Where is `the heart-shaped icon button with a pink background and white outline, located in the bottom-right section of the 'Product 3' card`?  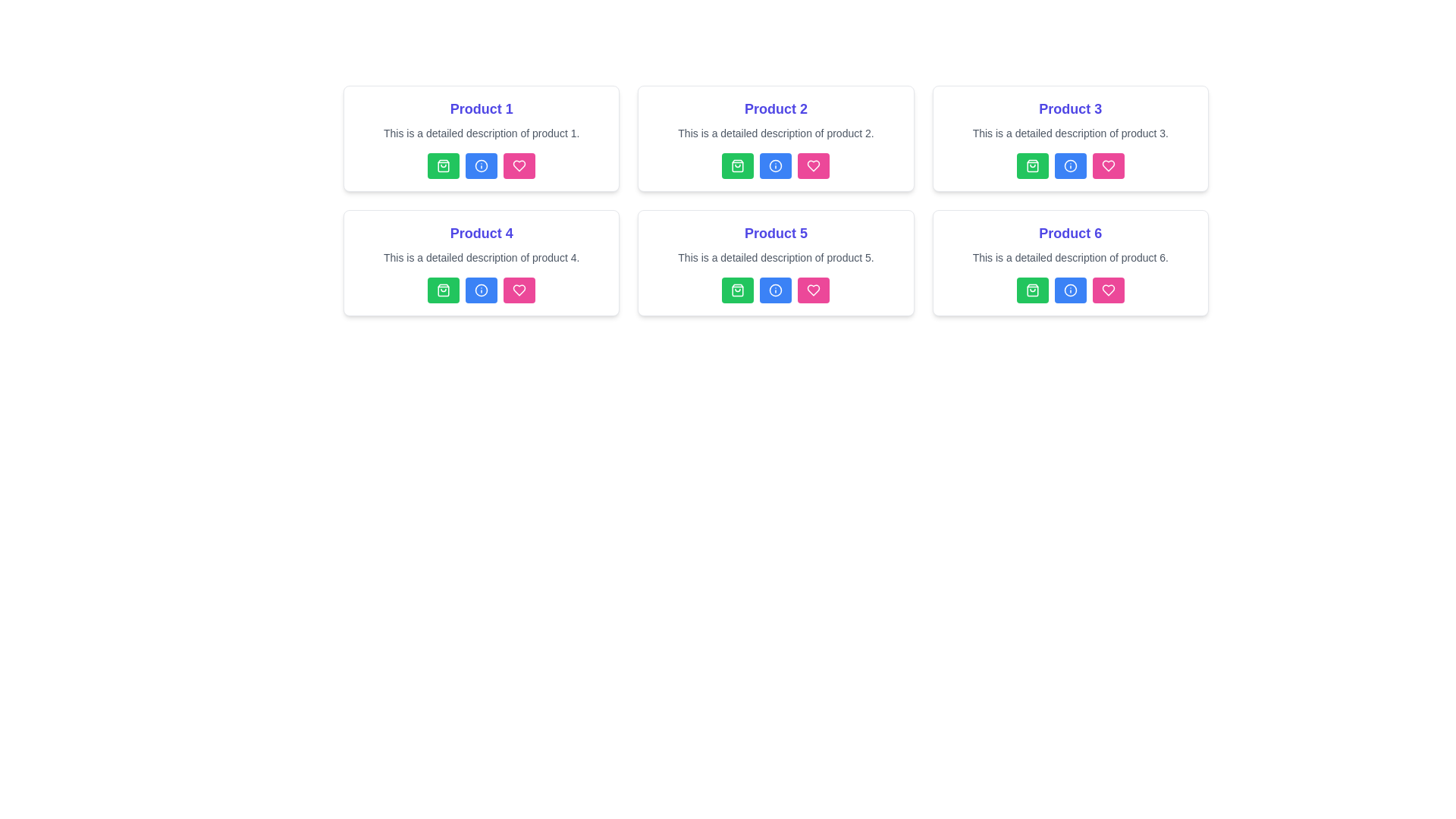 the heart-shaped icon button with a pink background and white outline, located in the bottom-right section of the 'Product 3' card is located at coordinates (1108, 166).